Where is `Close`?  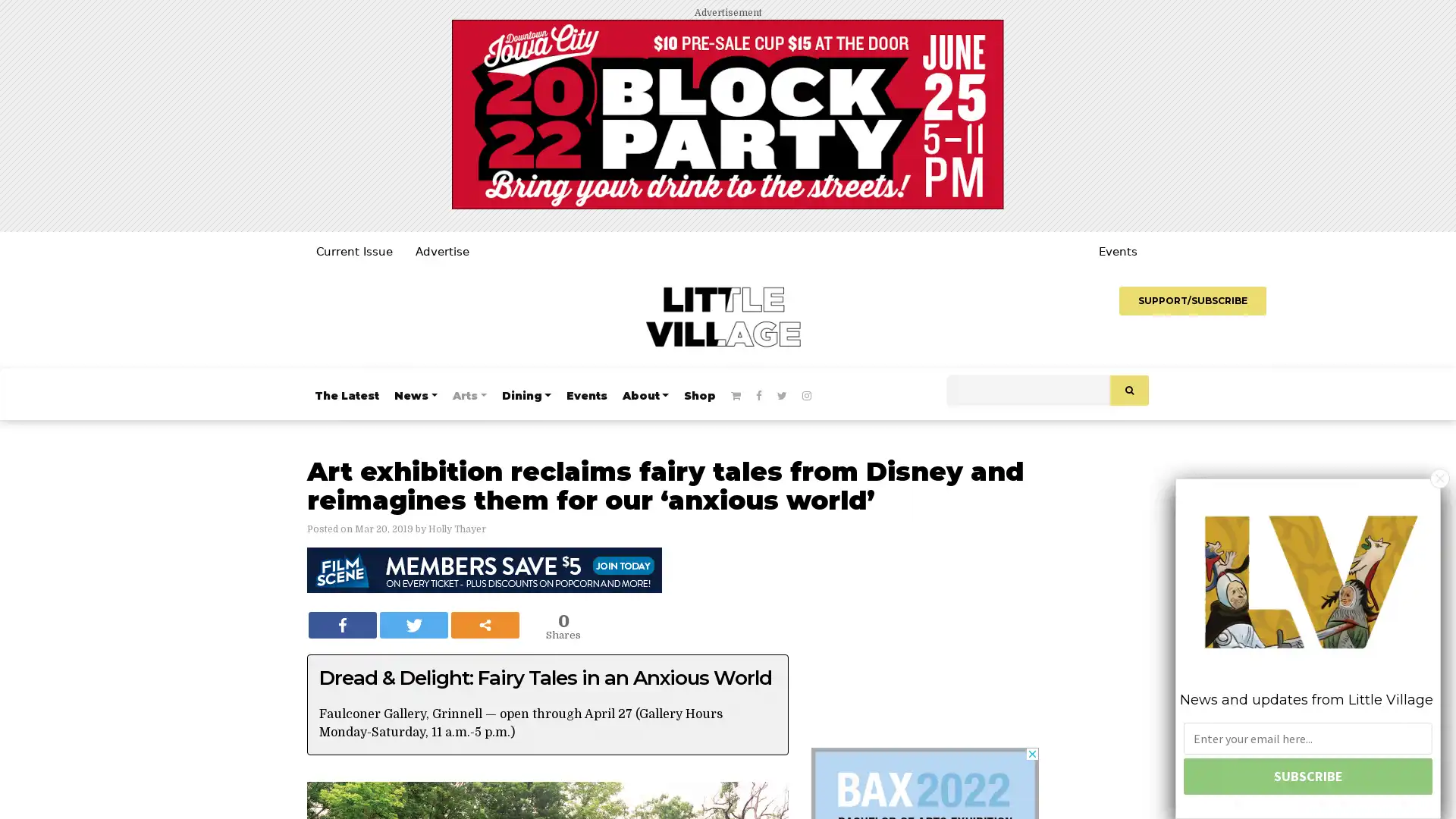 Close is located at coordinates (1439, 476).